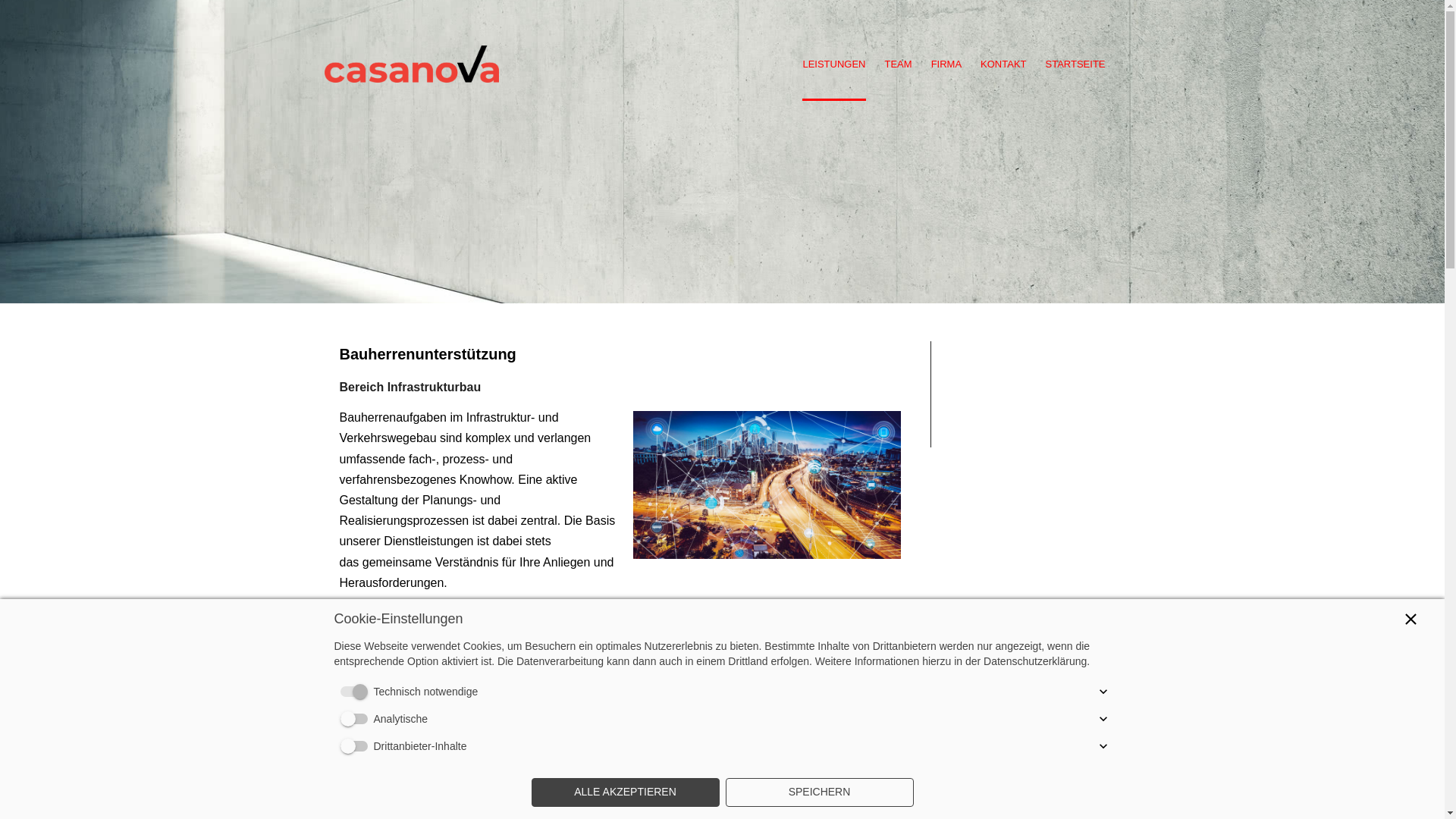 This screenshot has width=1456, height=819. I want to click on 'LEISTUNGEN', so click(833, 64).